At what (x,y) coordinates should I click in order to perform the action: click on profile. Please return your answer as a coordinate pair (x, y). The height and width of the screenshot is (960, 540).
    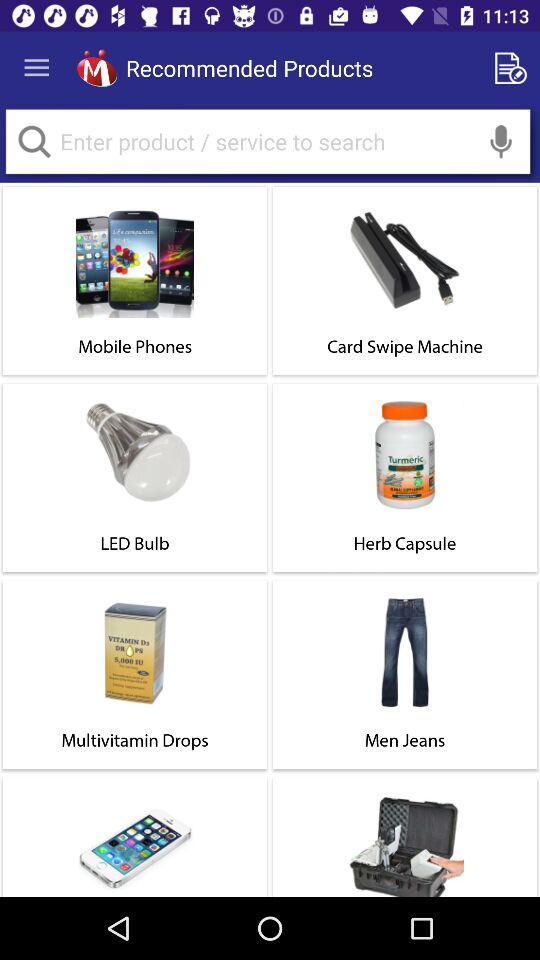
    Looking at the image, I should click on (96, 68).